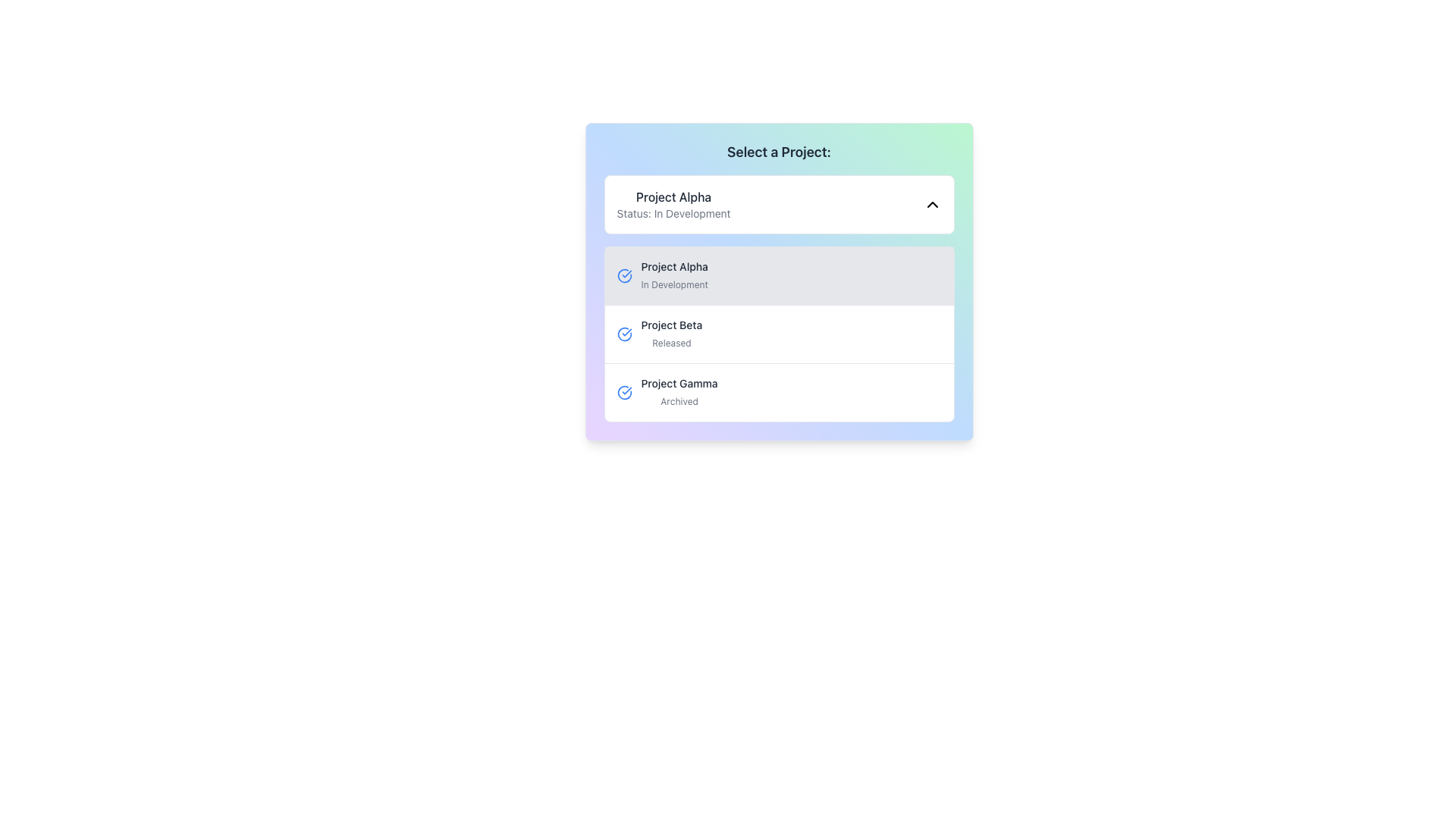 The width and height of the screenshot is (1456, 819). I want to click on the outer circular outline of the SVG icon located to the left of the text 'Project Alpha' in the second row of the list under 'Select a Project', so click(624, 333).